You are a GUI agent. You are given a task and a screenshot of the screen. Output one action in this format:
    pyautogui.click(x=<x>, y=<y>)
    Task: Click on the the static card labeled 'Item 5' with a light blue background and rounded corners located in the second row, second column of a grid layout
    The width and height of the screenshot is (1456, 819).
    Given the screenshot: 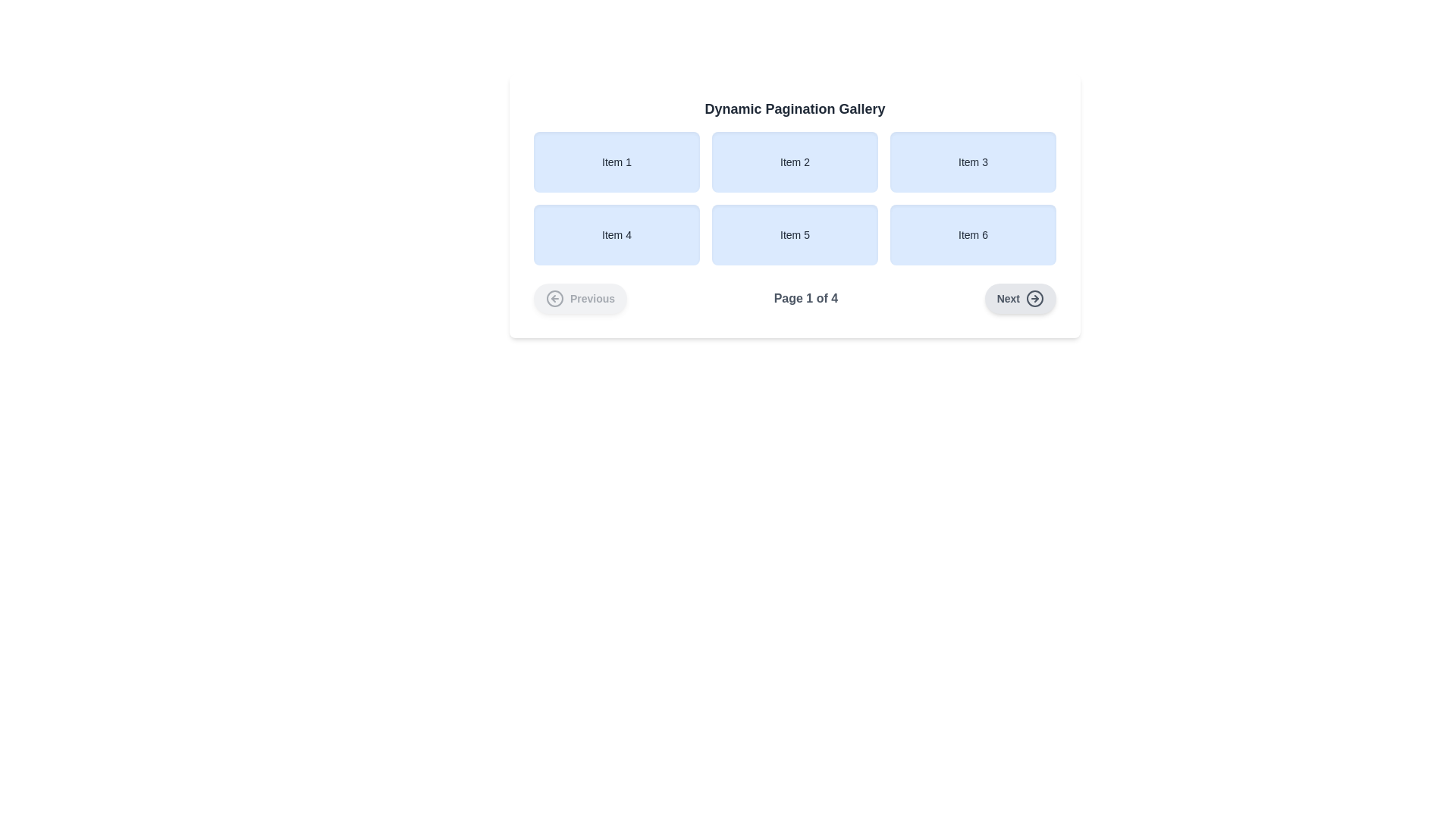 What is the action you would take?
    pyautogui.click(x=794, y=234)
    